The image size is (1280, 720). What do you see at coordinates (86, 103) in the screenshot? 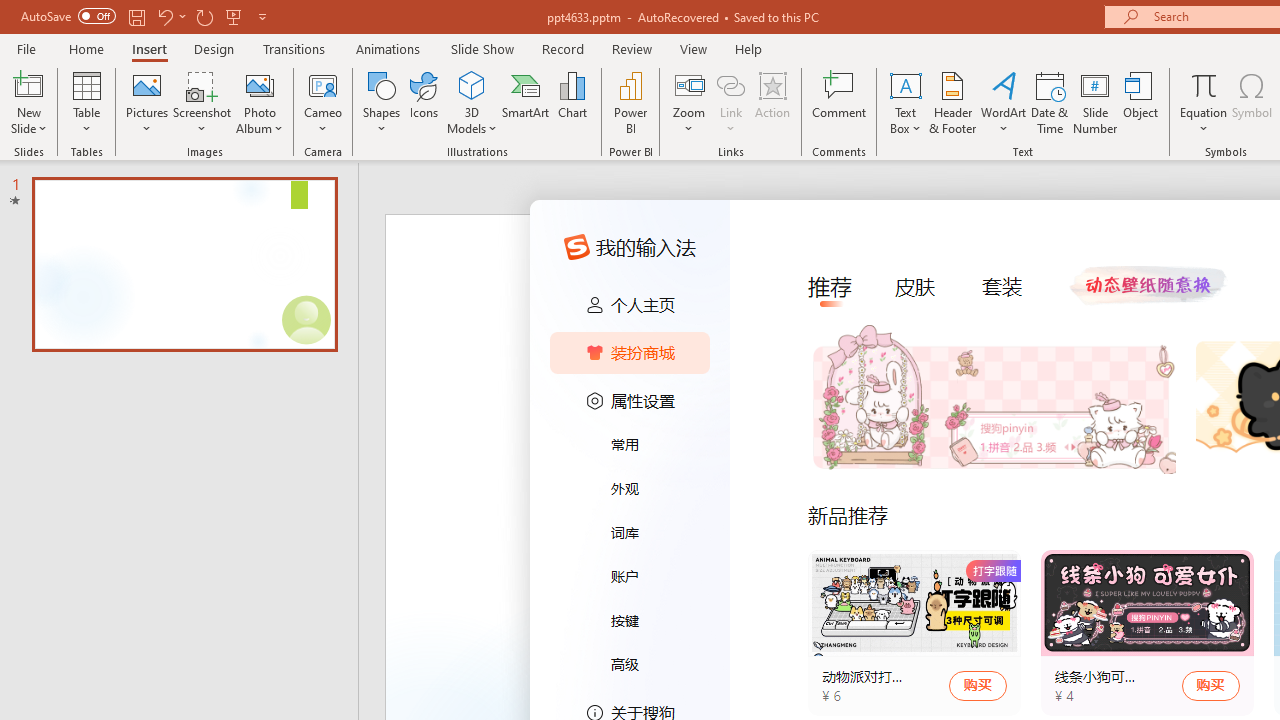
I see `'Table'` at bounding box center [86, 103].